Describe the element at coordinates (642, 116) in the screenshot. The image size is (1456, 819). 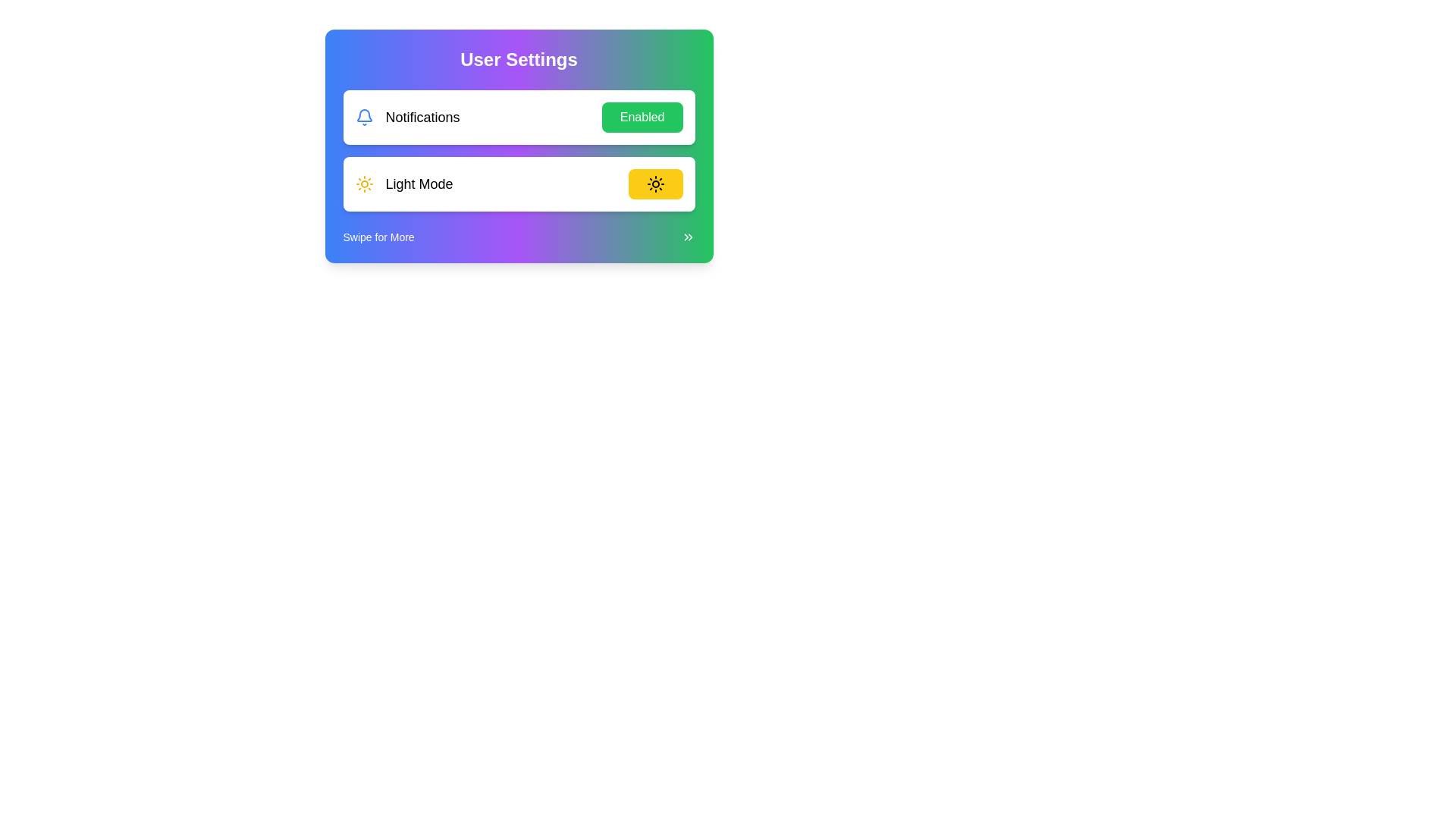
I see `'Enabled' button to toggle the notification setting` at that location.